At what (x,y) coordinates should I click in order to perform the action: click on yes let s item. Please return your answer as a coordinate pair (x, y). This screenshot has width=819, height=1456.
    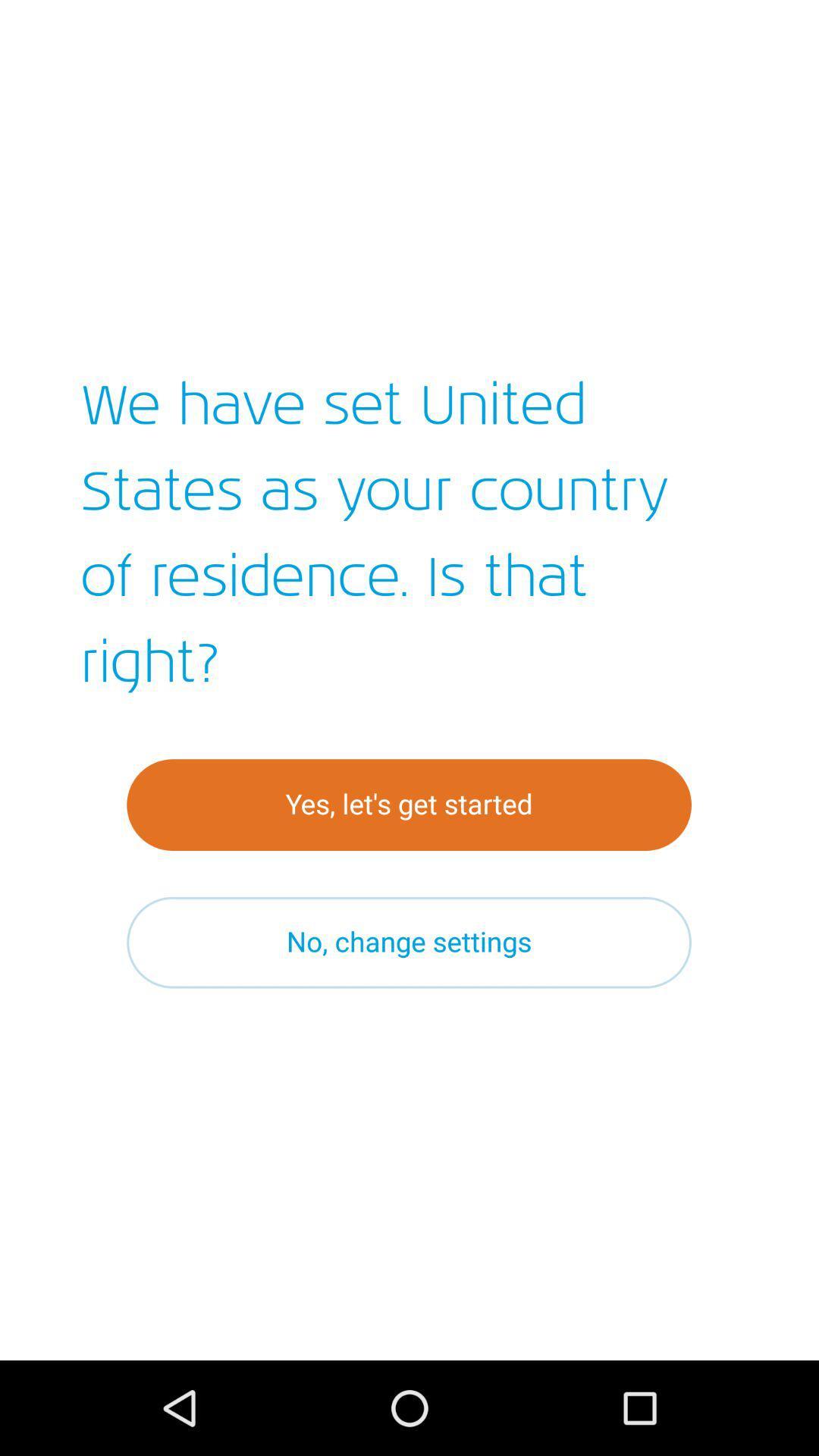
    Looking at the image, I should click on (408, 804).